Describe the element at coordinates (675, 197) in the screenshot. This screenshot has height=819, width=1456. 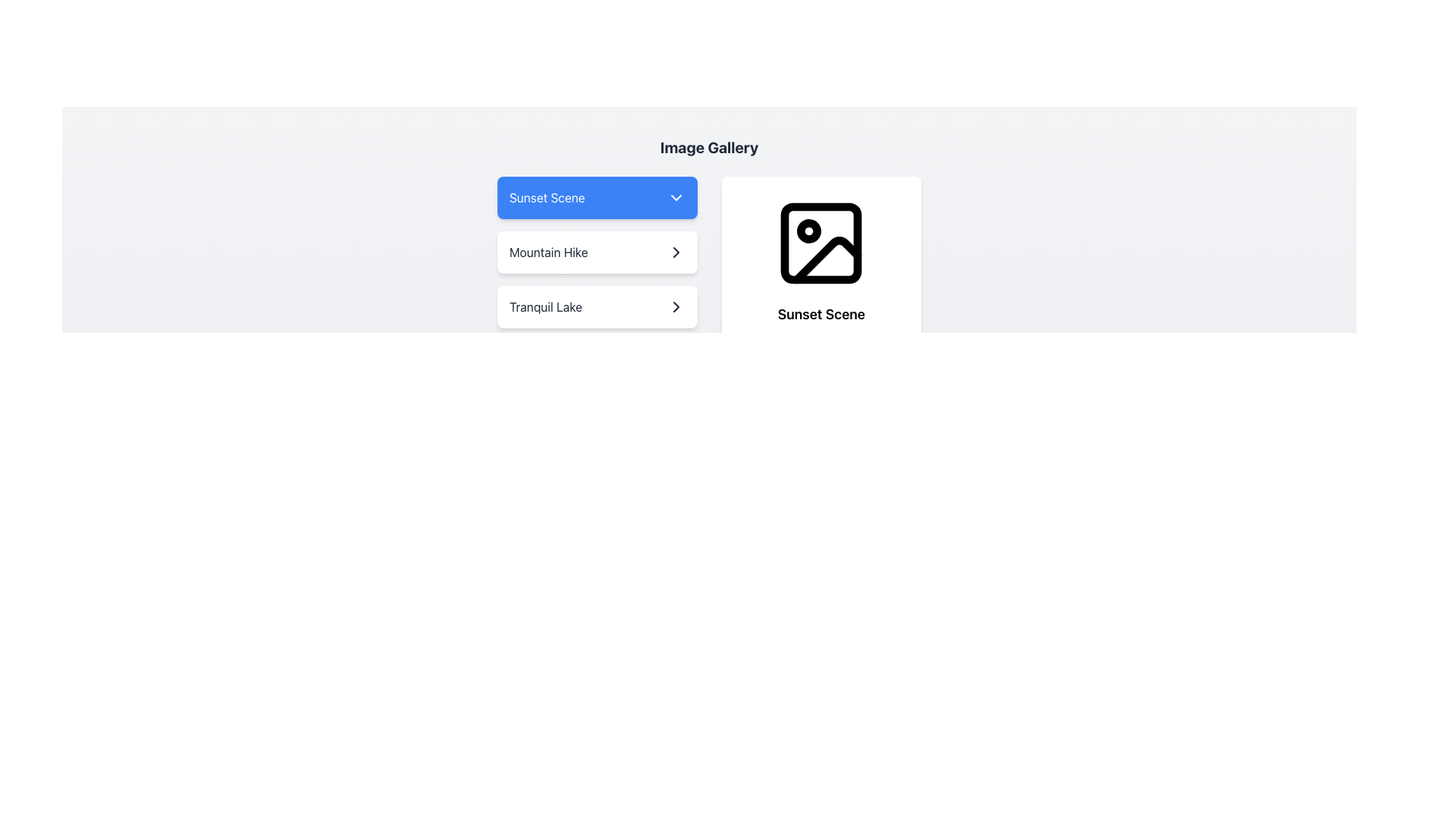
I see `the Dropdown indicator icon (chevron) located at the far right end of the 'Sunset Scene' button` at that location.